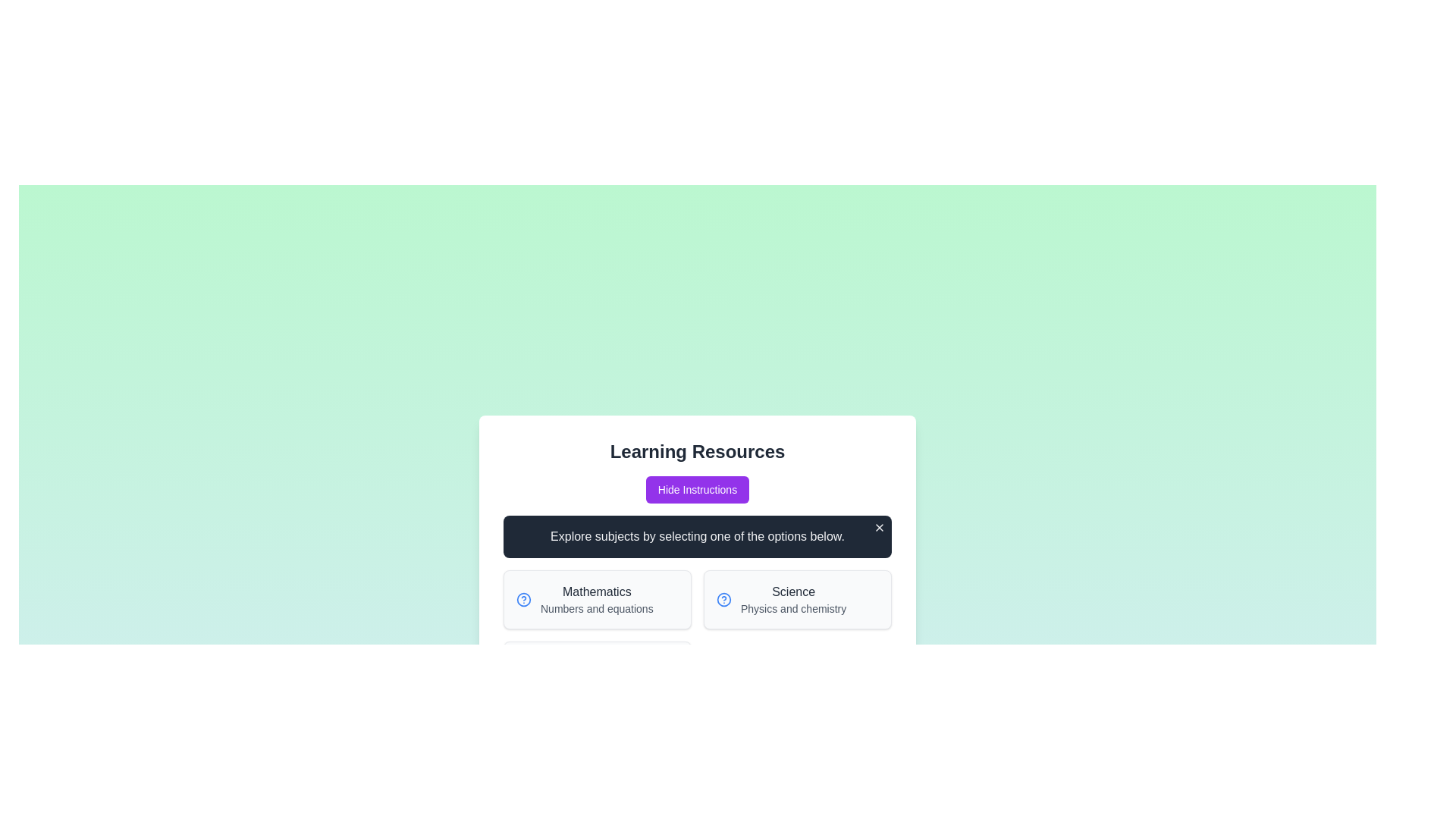  What do you see at coordinates (596, 598) in the screenshot?
I see `the 'Mathematics' topic tile located in the bottom-left section of the main content area under the 'Learning Resources' heading` at bounding box center [596, 598].